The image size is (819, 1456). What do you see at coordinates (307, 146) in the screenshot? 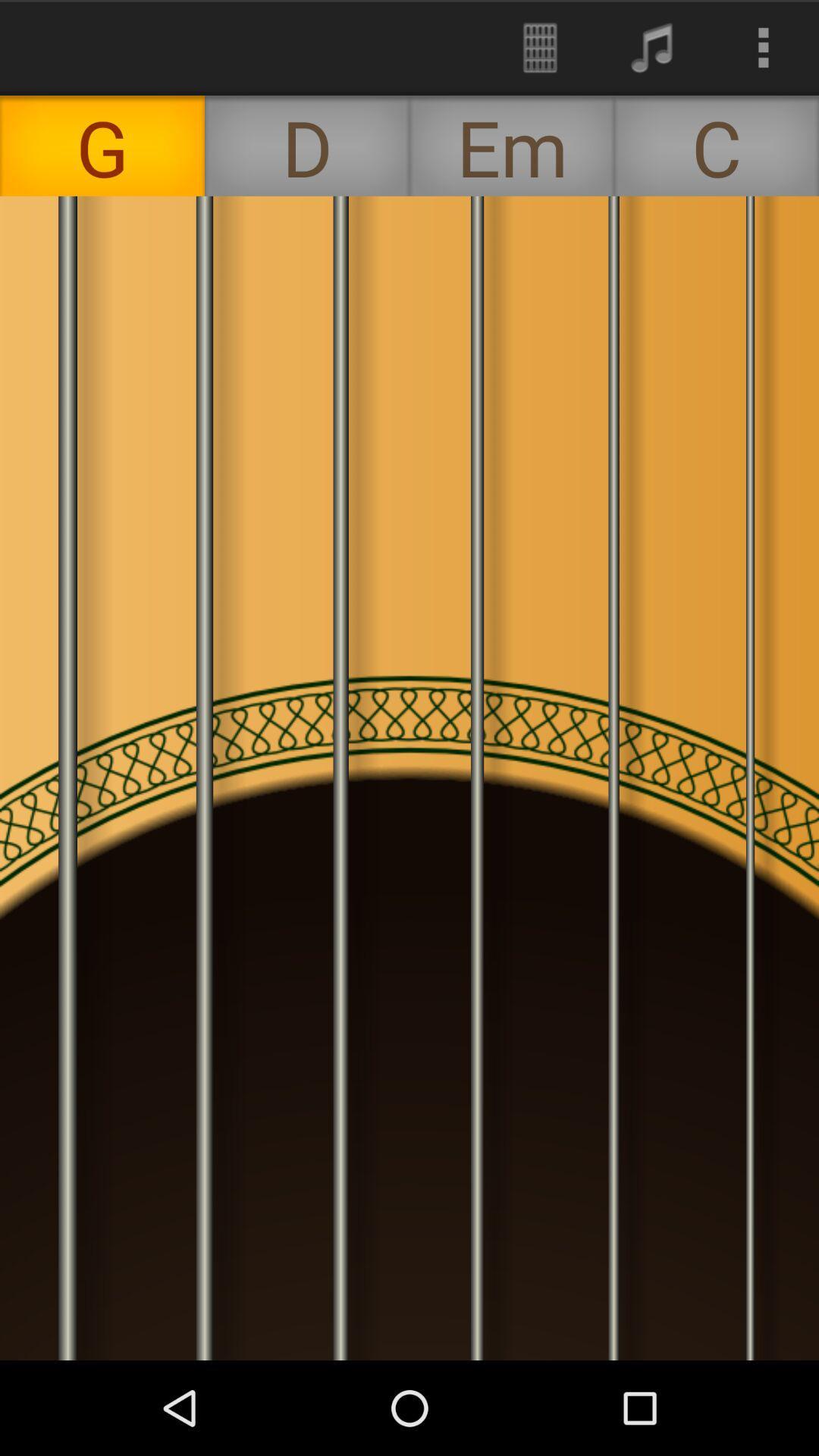
I see `the d` at bounding box center [307, 146].